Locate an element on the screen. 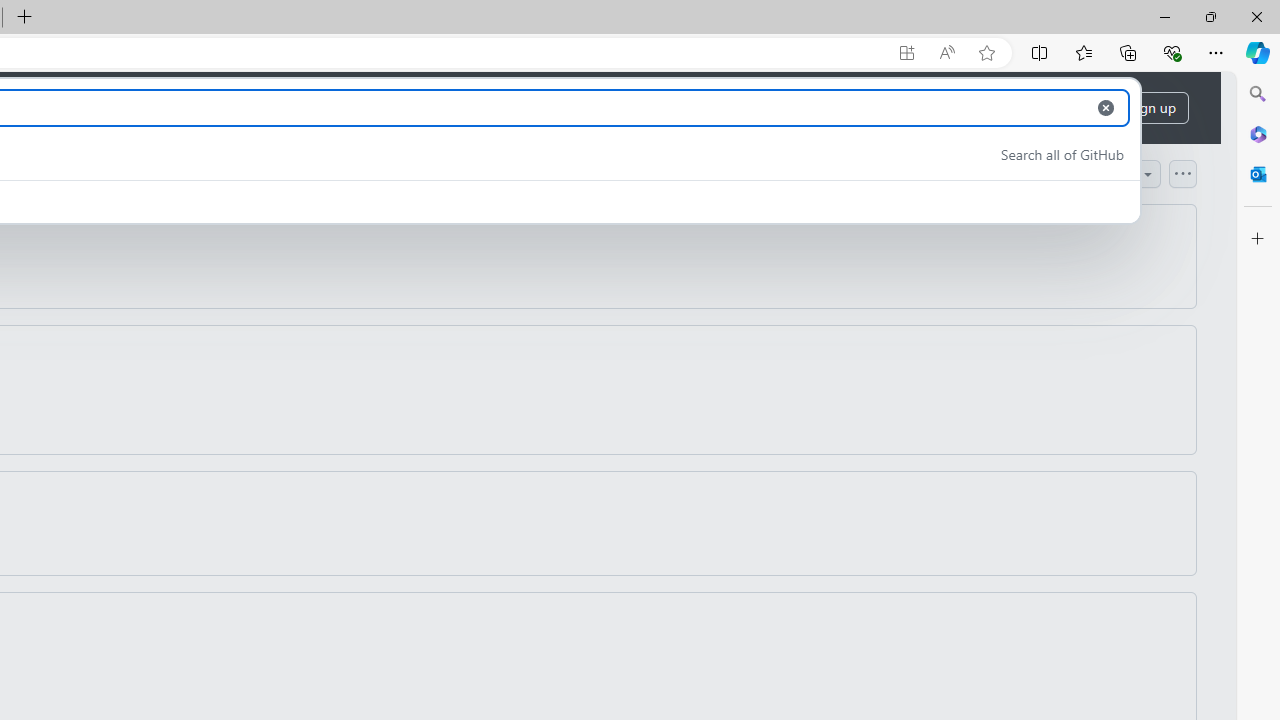 The height and width of the screenshot is (720, 1280). 'Sign up' is located at coordinates (1152, 108).